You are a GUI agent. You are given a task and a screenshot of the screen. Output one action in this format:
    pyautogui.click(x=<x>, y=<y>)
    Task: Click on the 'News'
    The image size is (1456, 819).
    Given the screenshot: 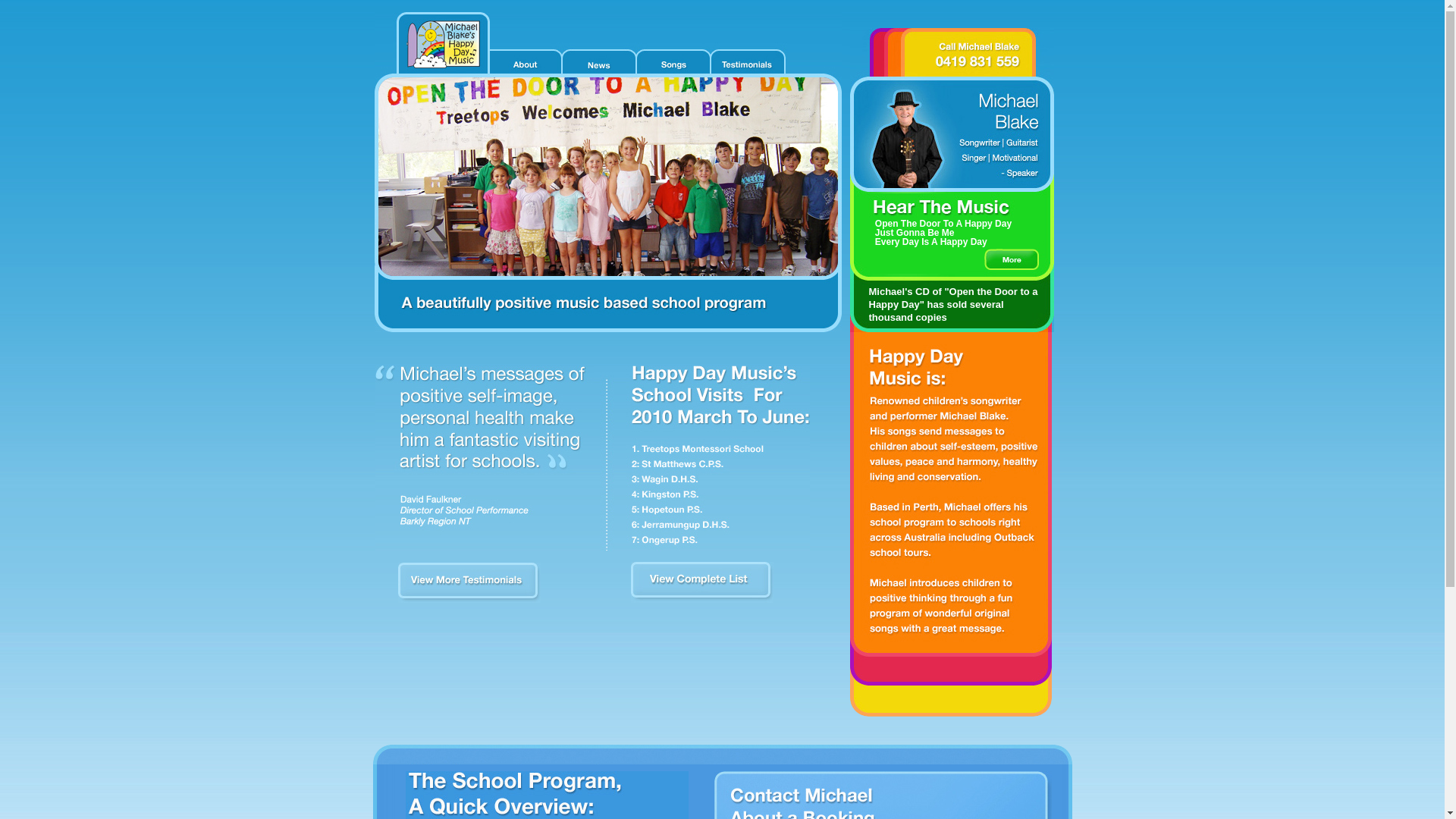 What is the action you would take?
    pyautogui.click(x=596, y=61)
    